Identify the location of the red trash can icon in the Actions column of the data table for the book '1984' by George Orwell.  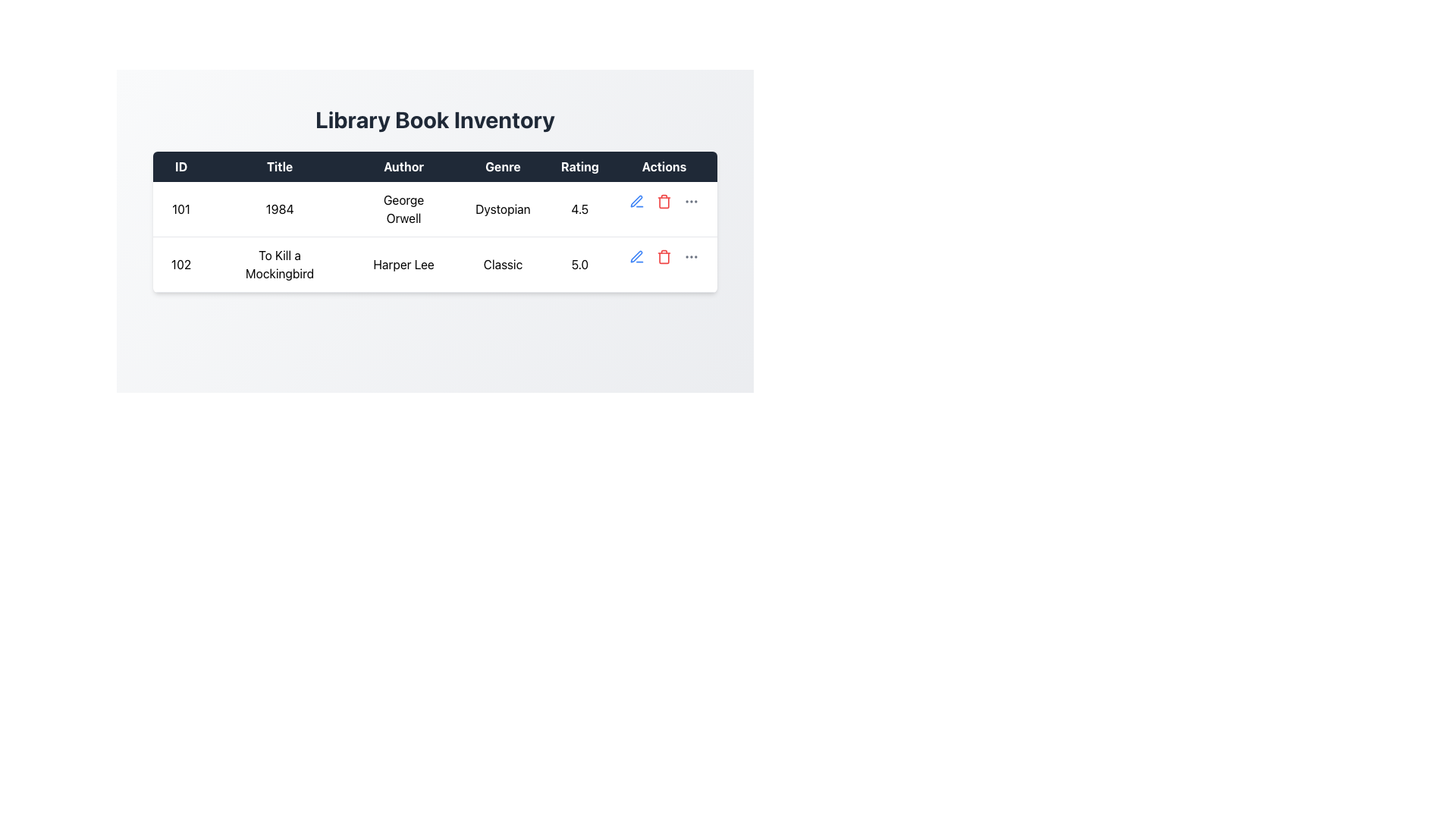
(664, 199).